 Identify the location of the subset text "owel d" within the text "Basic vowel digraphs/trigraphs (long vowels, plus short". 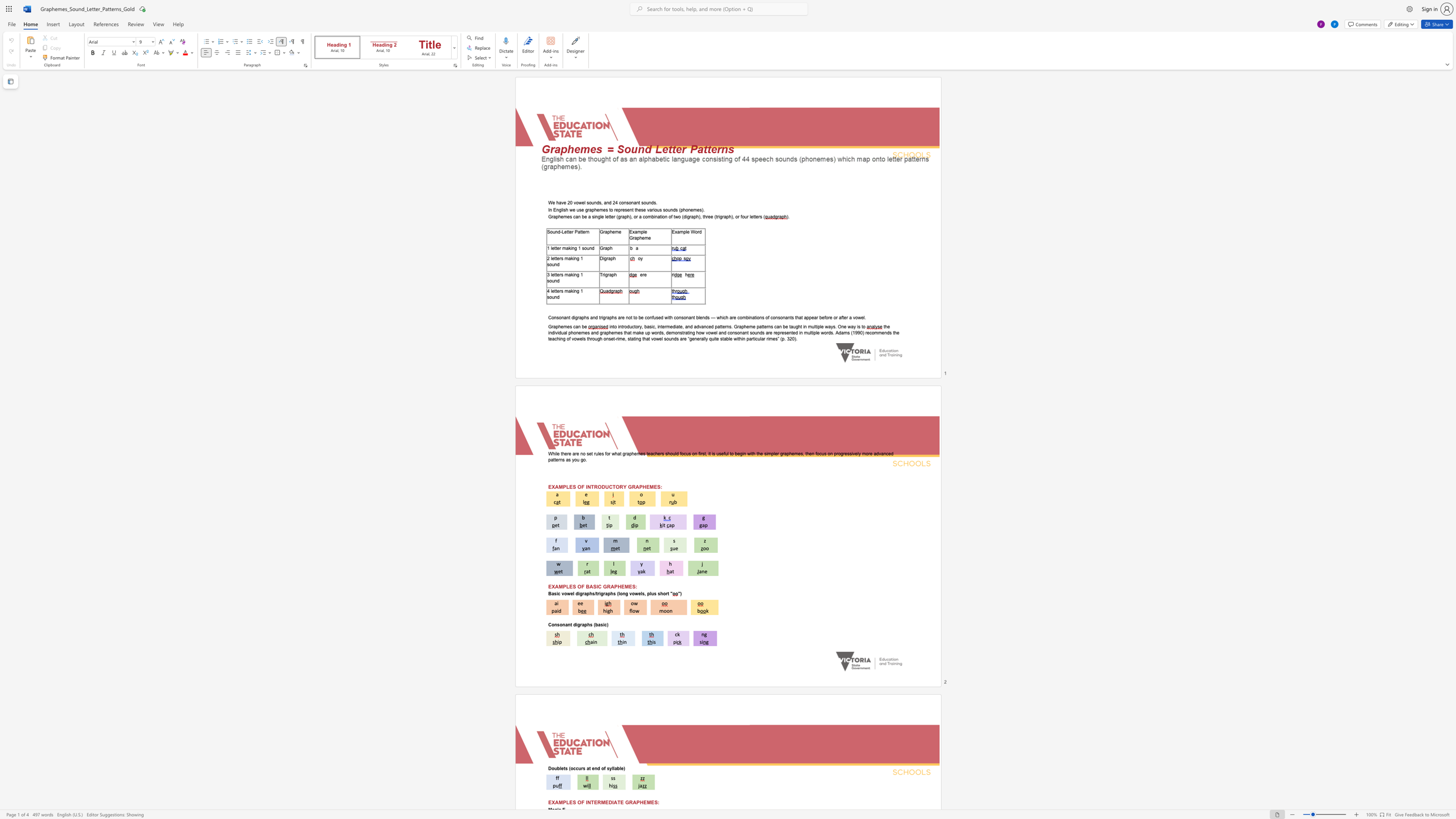
(564, 593).